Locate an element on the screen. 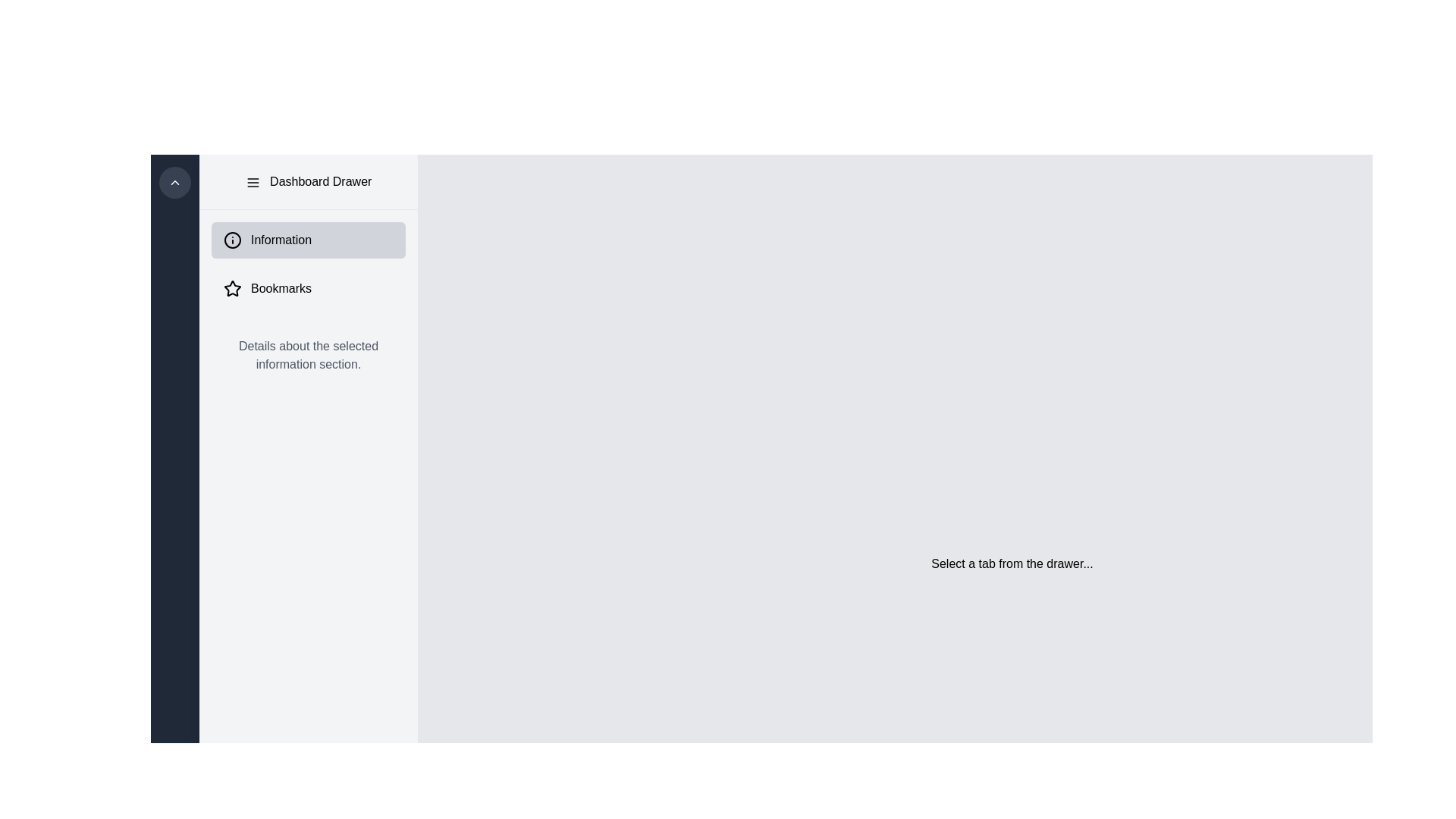 The image size is (1456, 819). the star-shaped outline icon with no fill that is part of the left-aligned menu option labeled 'Bookmarks' is located at coordinates (232, 289).